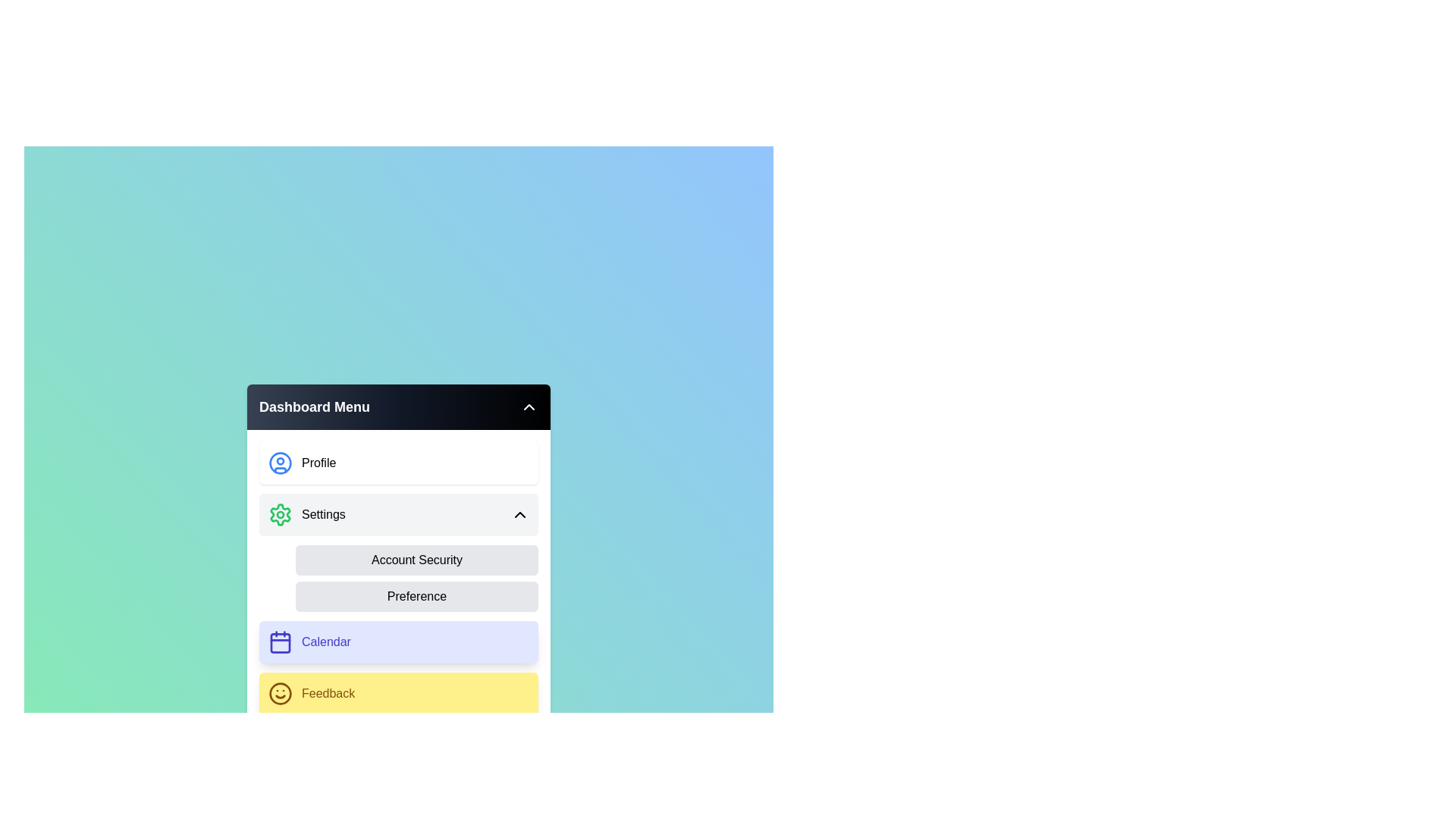 Image resolution: width=1456 pixels, height=819 pixels. I want to click on the 'Preference' button, which is the bottom button of a vertical pair of interactive buttons labeled 'Account Security' and 'Preference' within the 'Settings' drop-down section, so click(417, 579).